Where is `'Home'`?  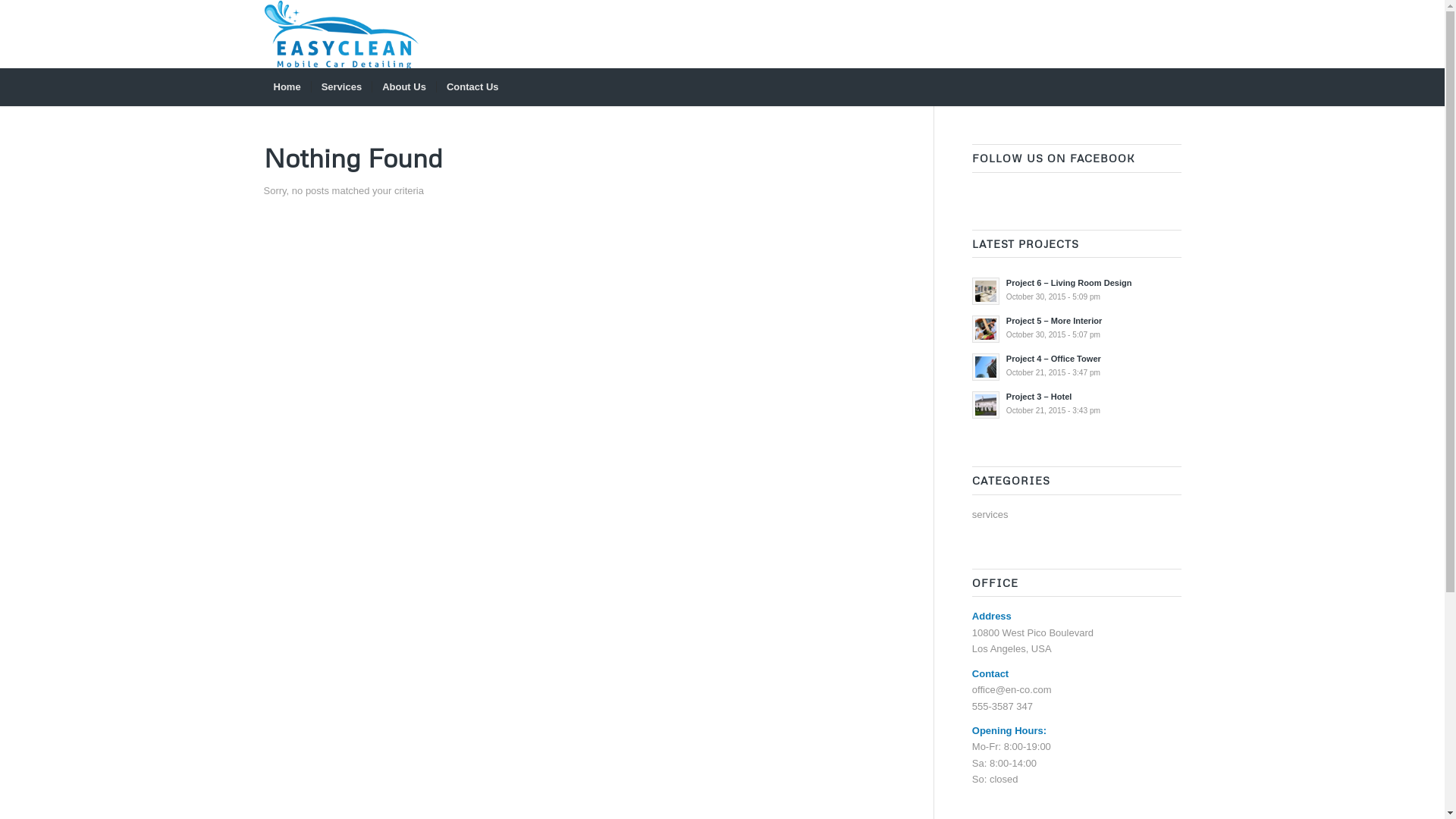
'Home' is located at coordinates (287, 87).